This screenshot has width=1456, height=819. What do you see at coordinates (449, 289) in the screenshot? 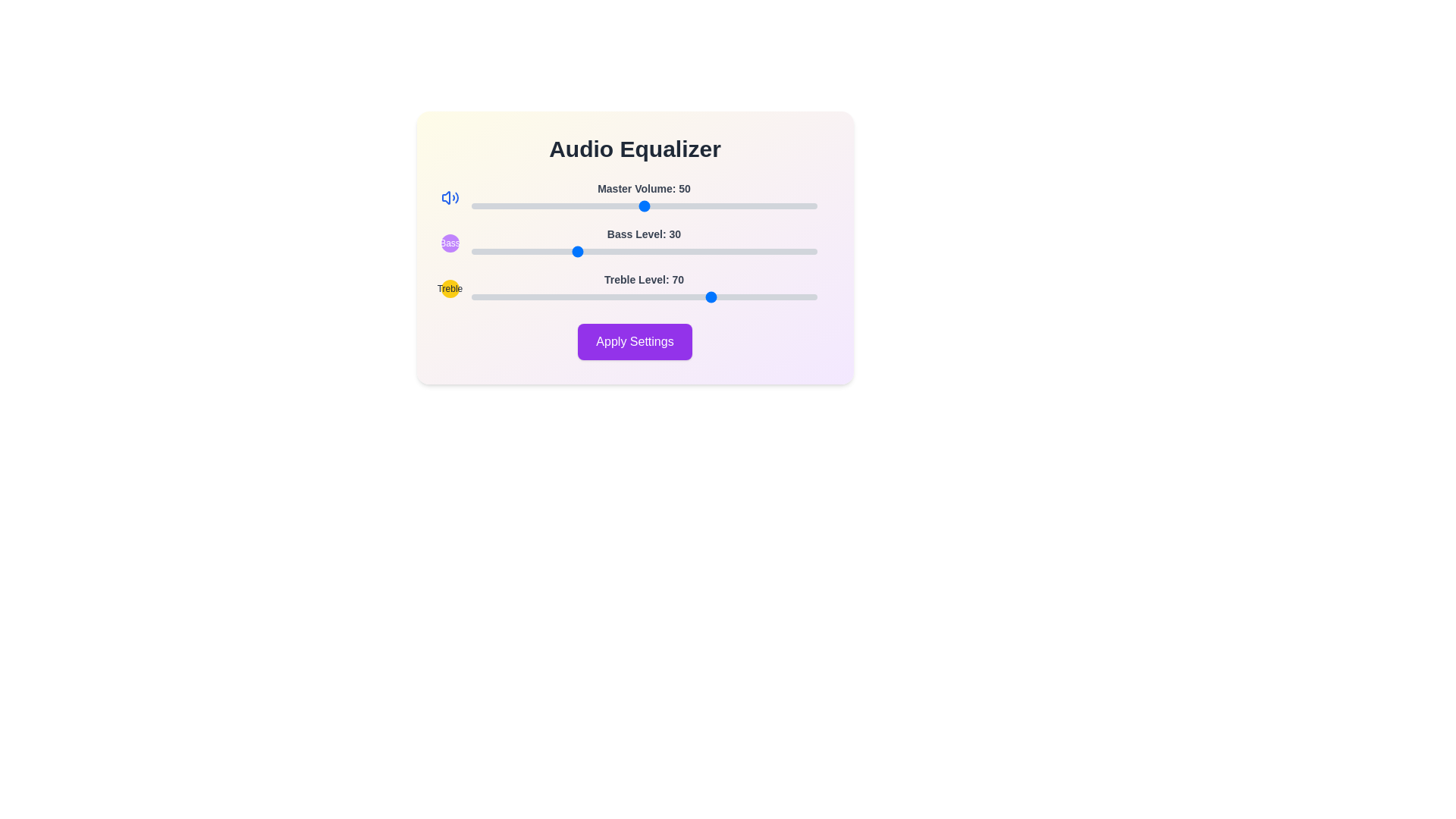
I see `the Circular Label or Badge indicating the Treble Level control section in the audio equalizer interface` at bounding box center [449, 289].